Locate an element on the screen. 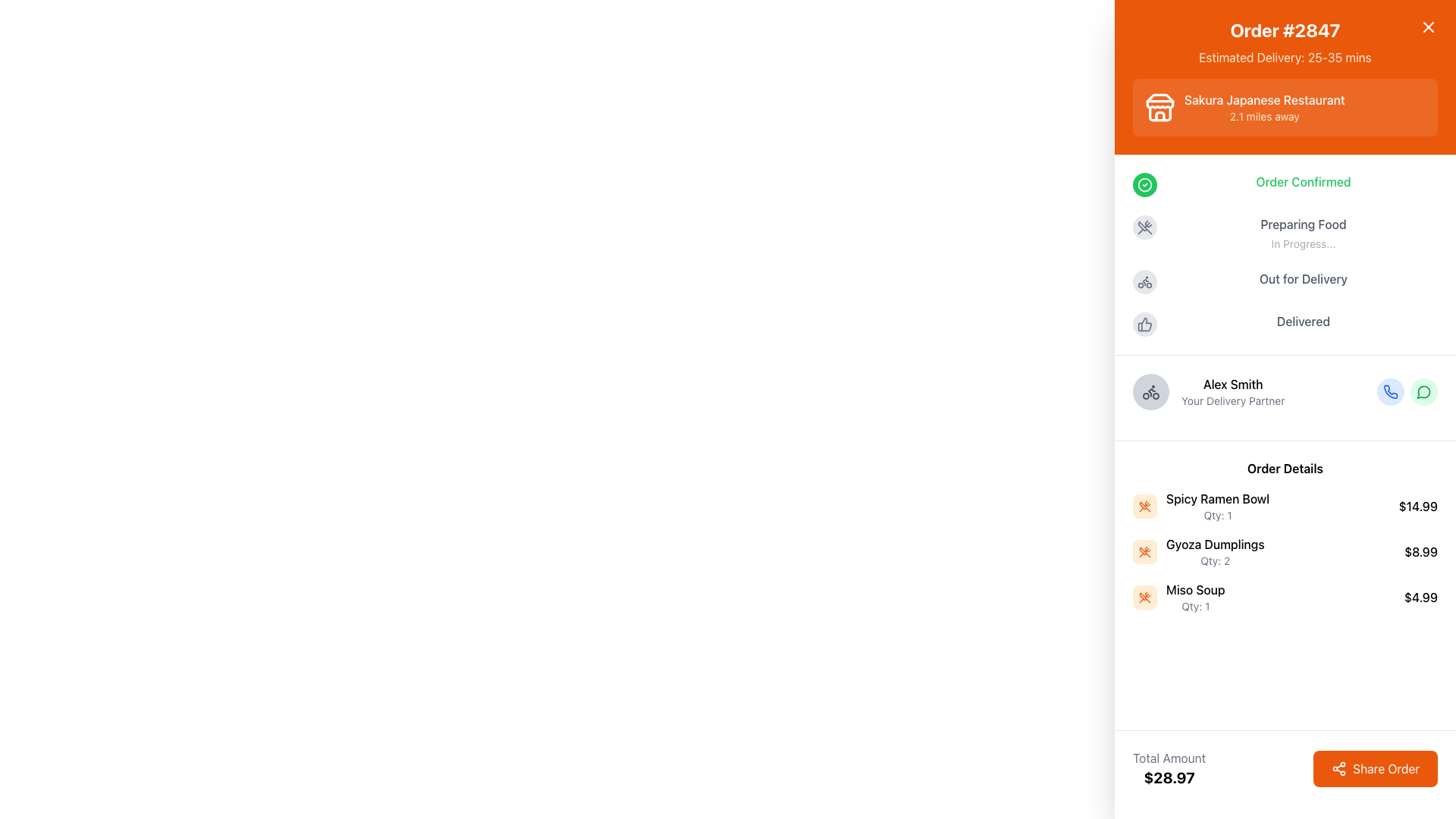 This screenshot has width=1456, height=819. text content of the 'Miso Soup' item in the order list, which is the third item in the list of ordered items is located at coordinates (1194, 596).